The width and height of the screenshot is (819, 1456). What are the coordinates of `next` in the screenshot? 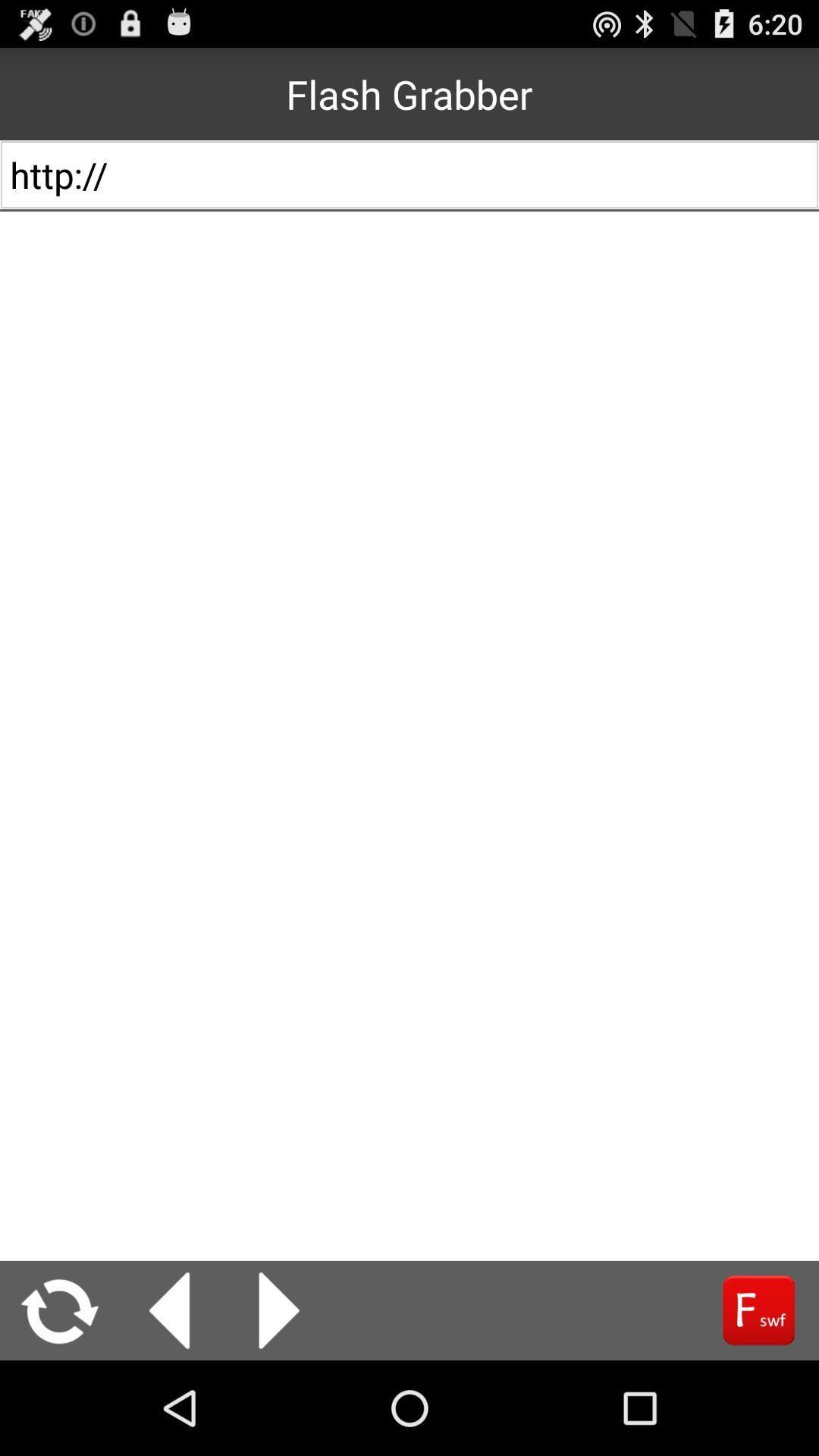 It's located at (279, 1310).